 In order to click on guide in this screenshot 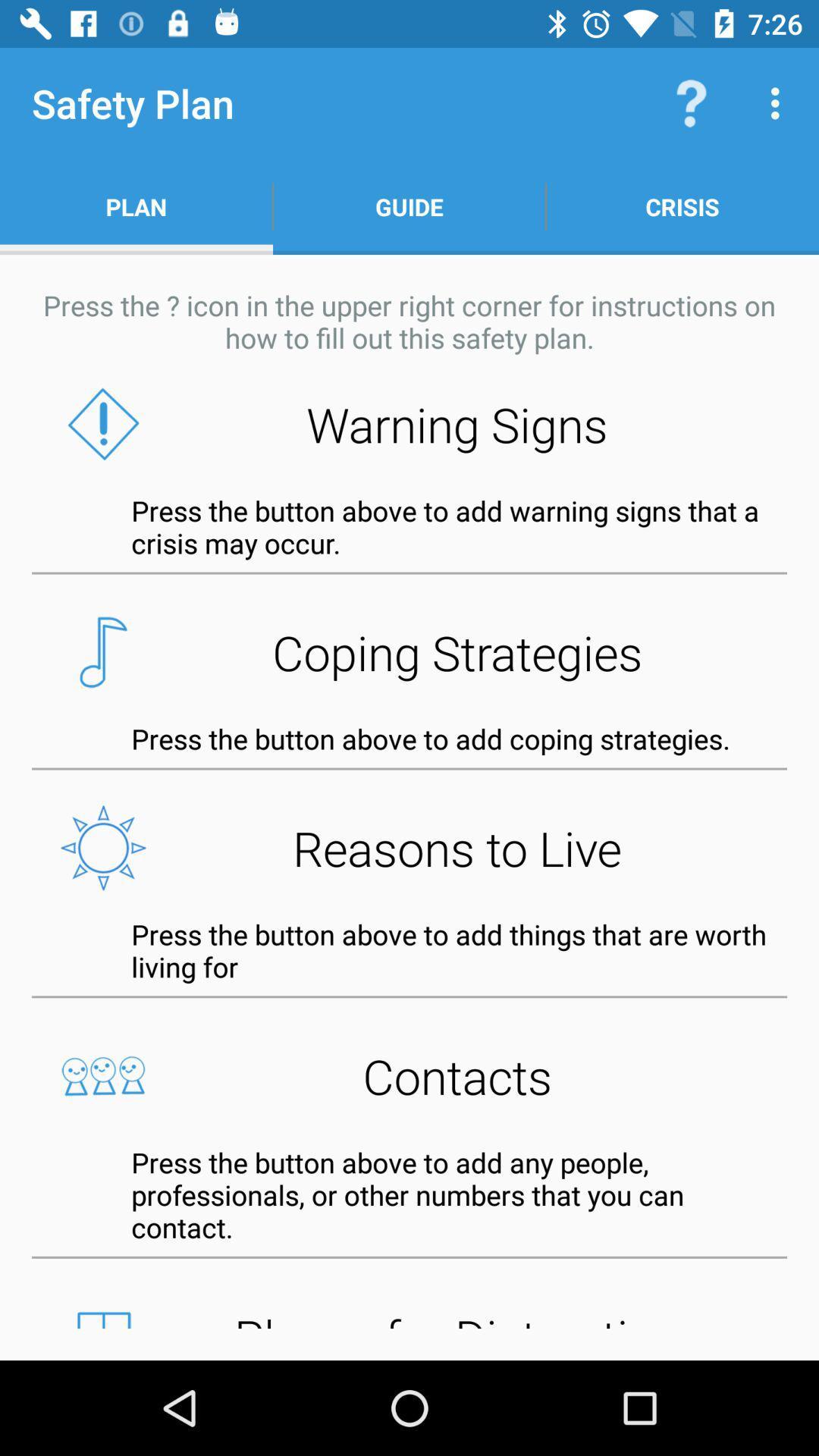, I will do `click(409, 206)`.